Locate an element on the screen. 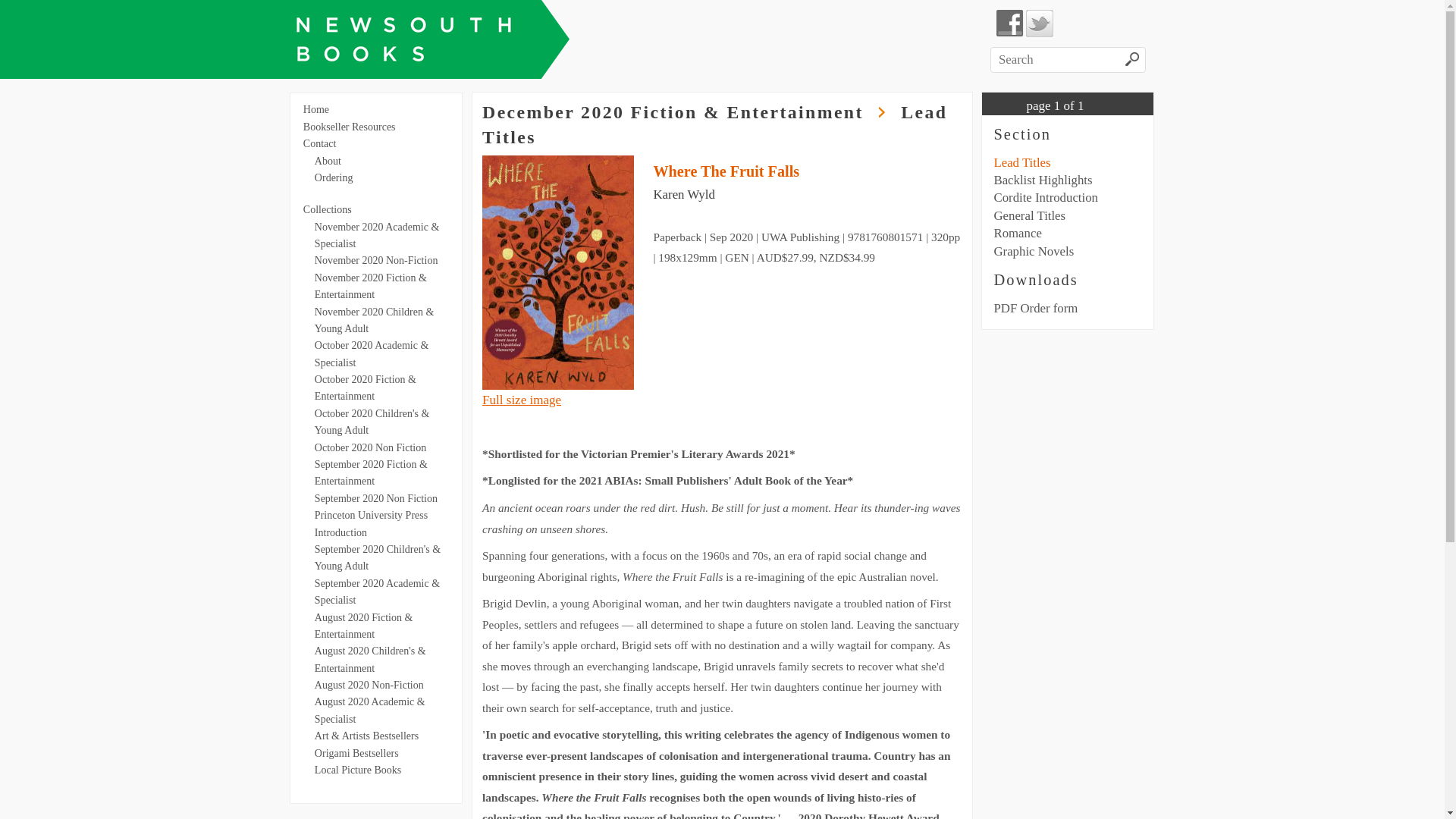 This screenshot has width=1456, height=819. 'November 2020 Non-Fiction' is located at coordinates (313, 259).